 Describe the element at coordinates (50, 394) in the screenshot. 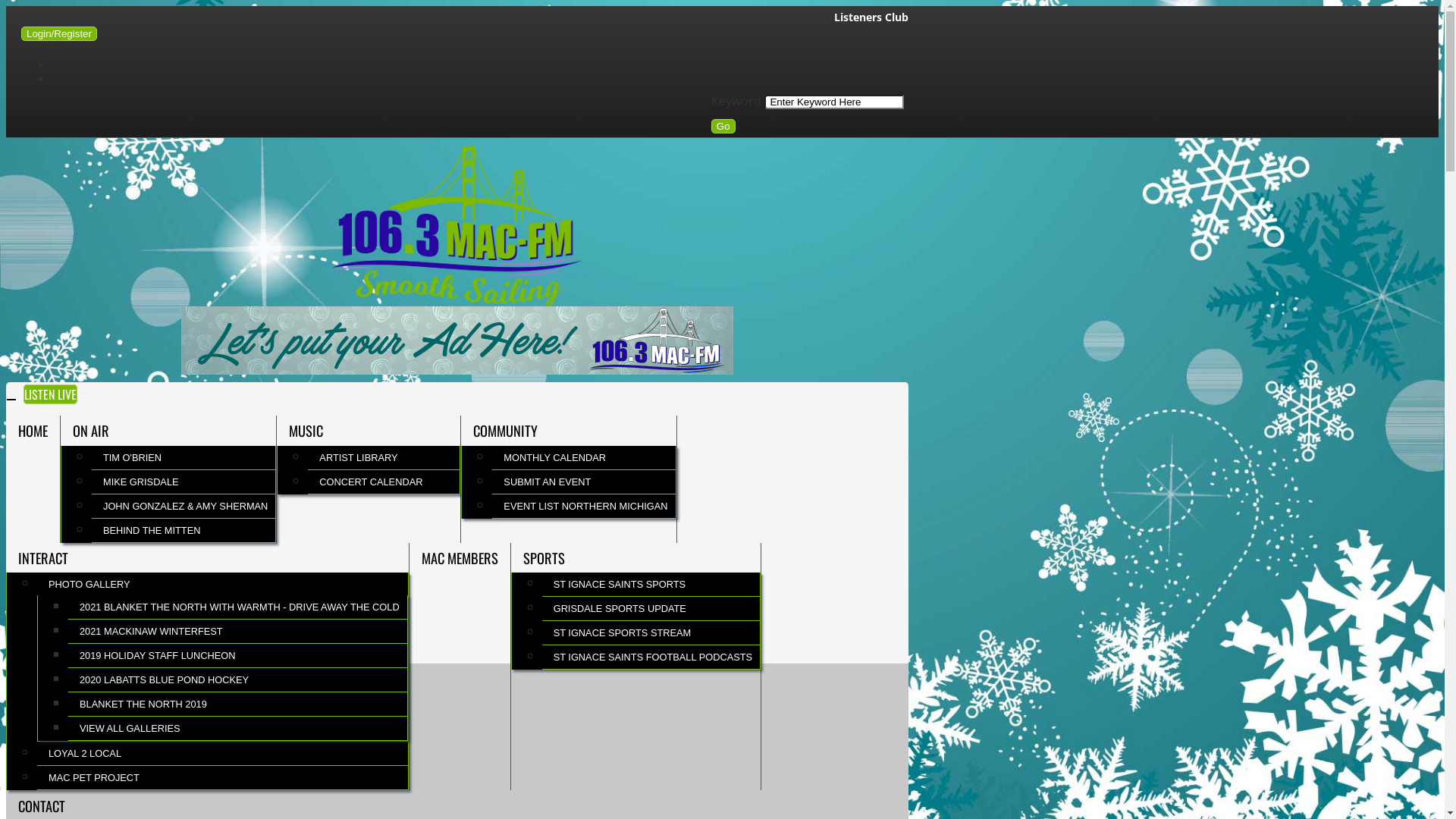

I see `'LISTEN LIVE'` at that location.